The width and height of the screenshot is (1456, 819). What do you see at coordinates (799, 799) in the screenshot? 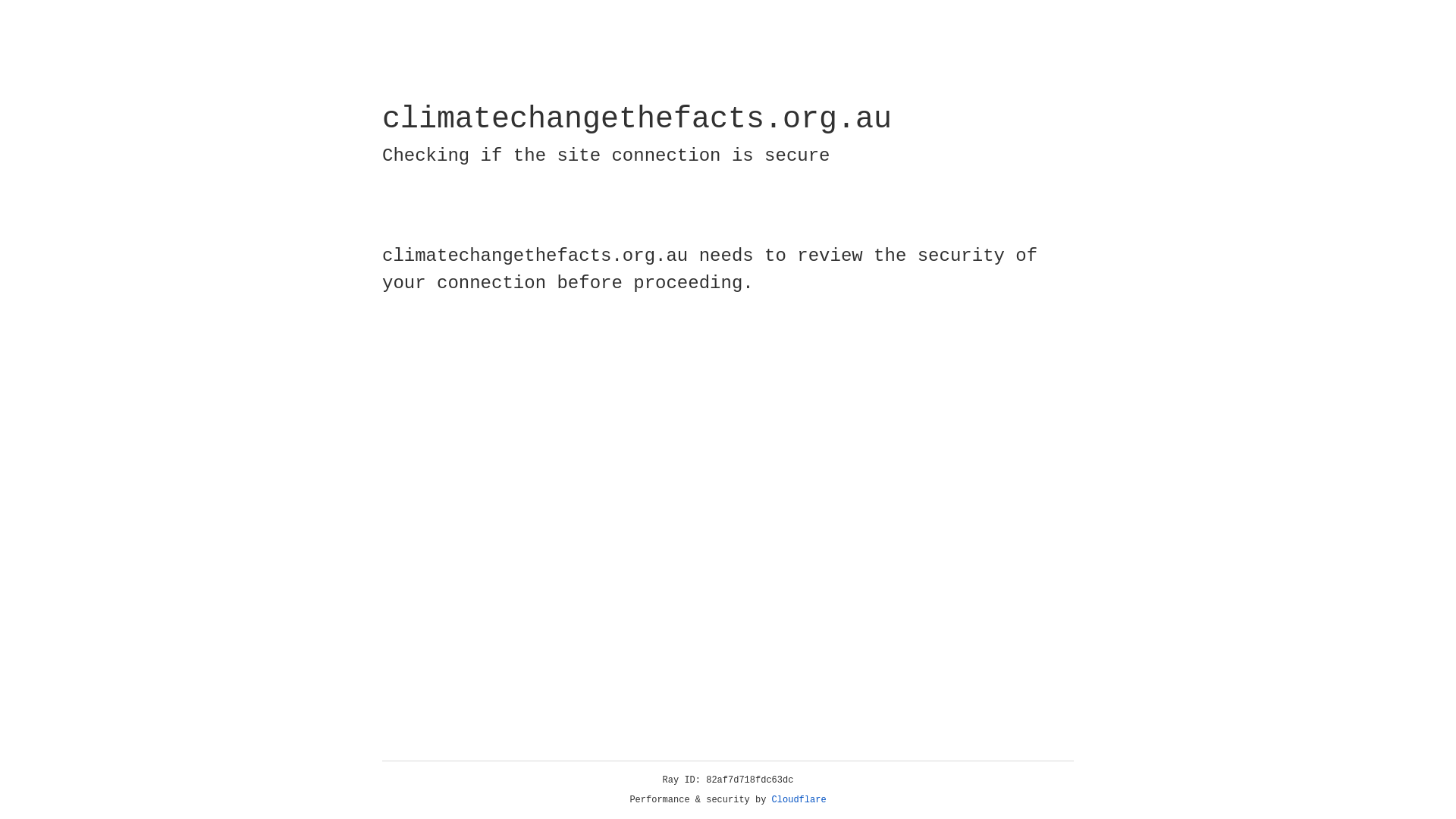
I see `'Cloudflare'` at bounding box center [799, 799].